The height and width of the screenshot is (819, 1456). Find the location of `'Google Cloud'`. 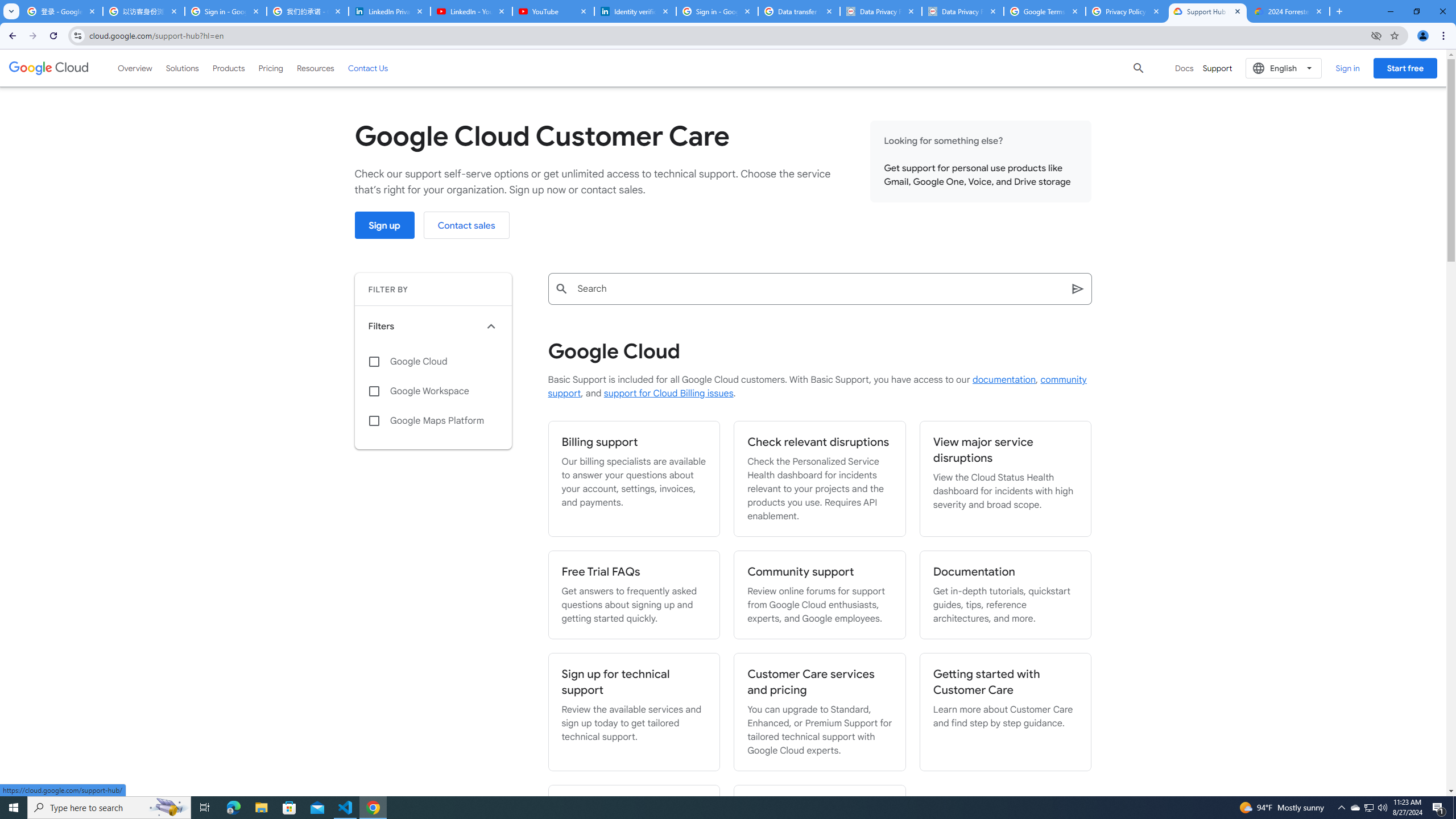

'Google Cloud' is located at coordinates (433, 361).